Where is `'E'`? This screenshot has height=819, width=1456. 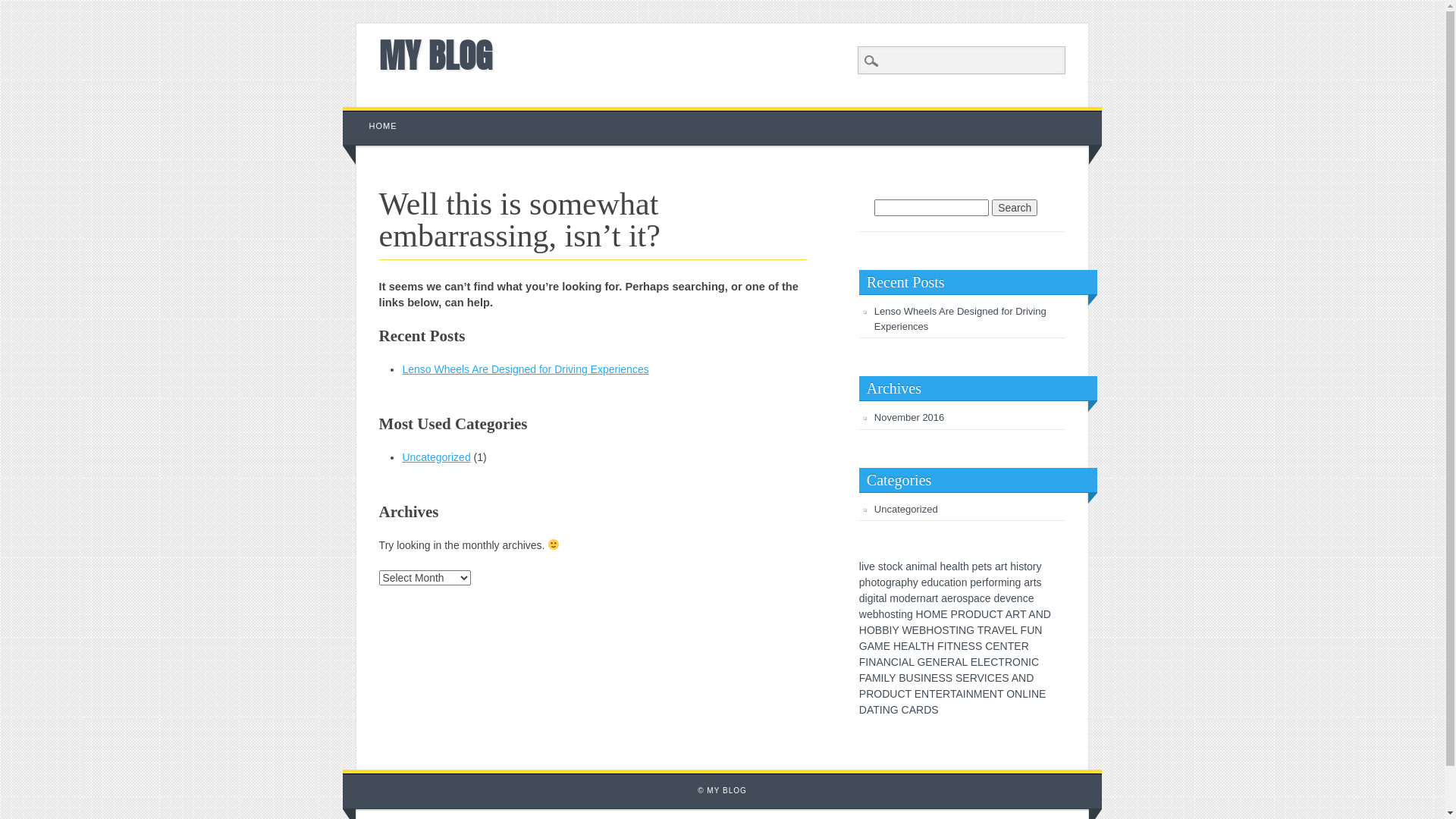
'E' is located at coordinates (983, 693).